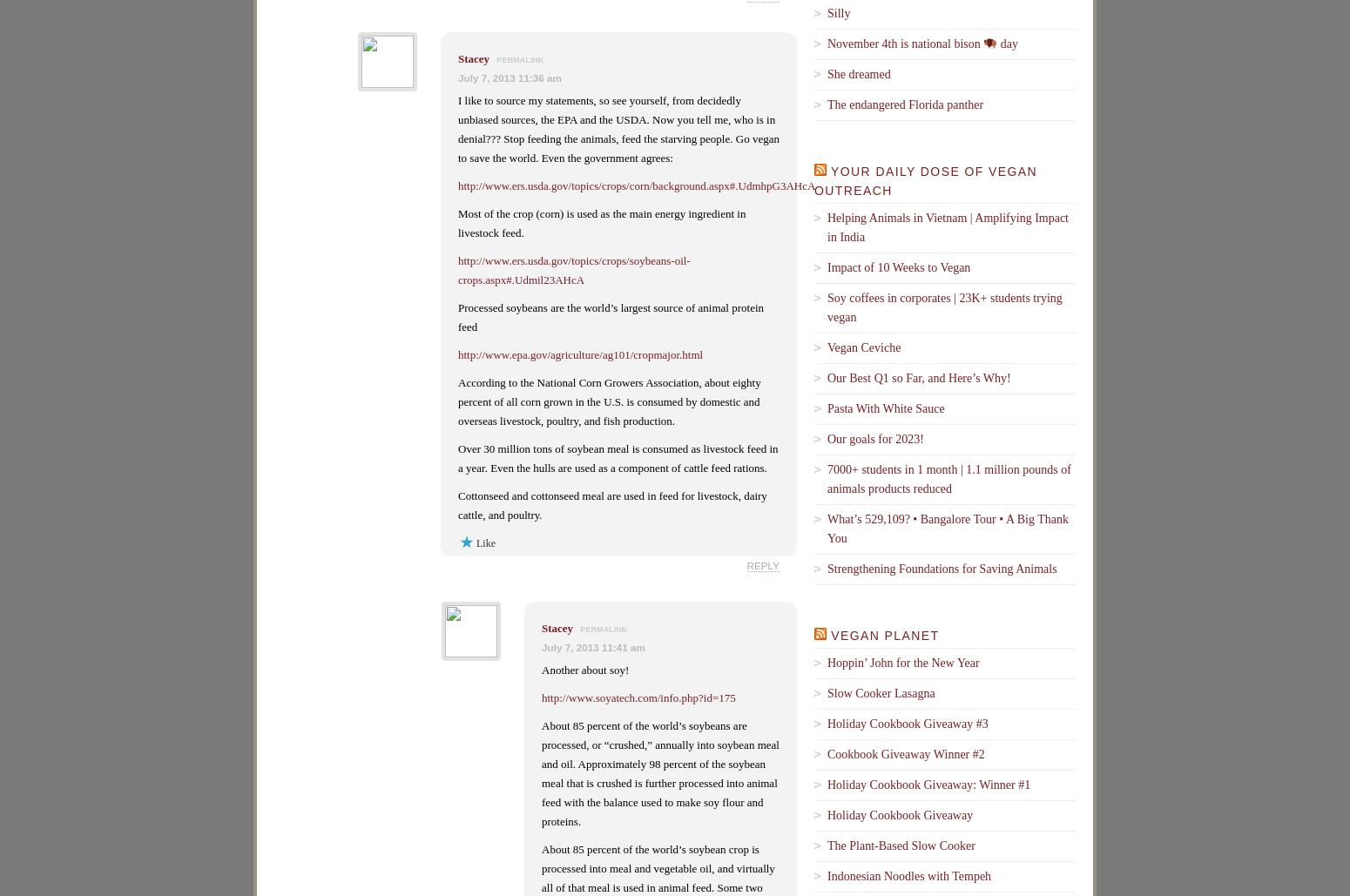 This screenshot has height=896, width=1350. Describe the element at coordinates (618, 129) in the screenshot. I see `'I like to source my statements, so see yourself, from decidedly unbiased sources, the EPA and the USDA.  Now you tell me, who is in denial???  Stop feeding the animals, feed the starving people.  Go vegan to save the world.  Even the government agrees:'` at that location.